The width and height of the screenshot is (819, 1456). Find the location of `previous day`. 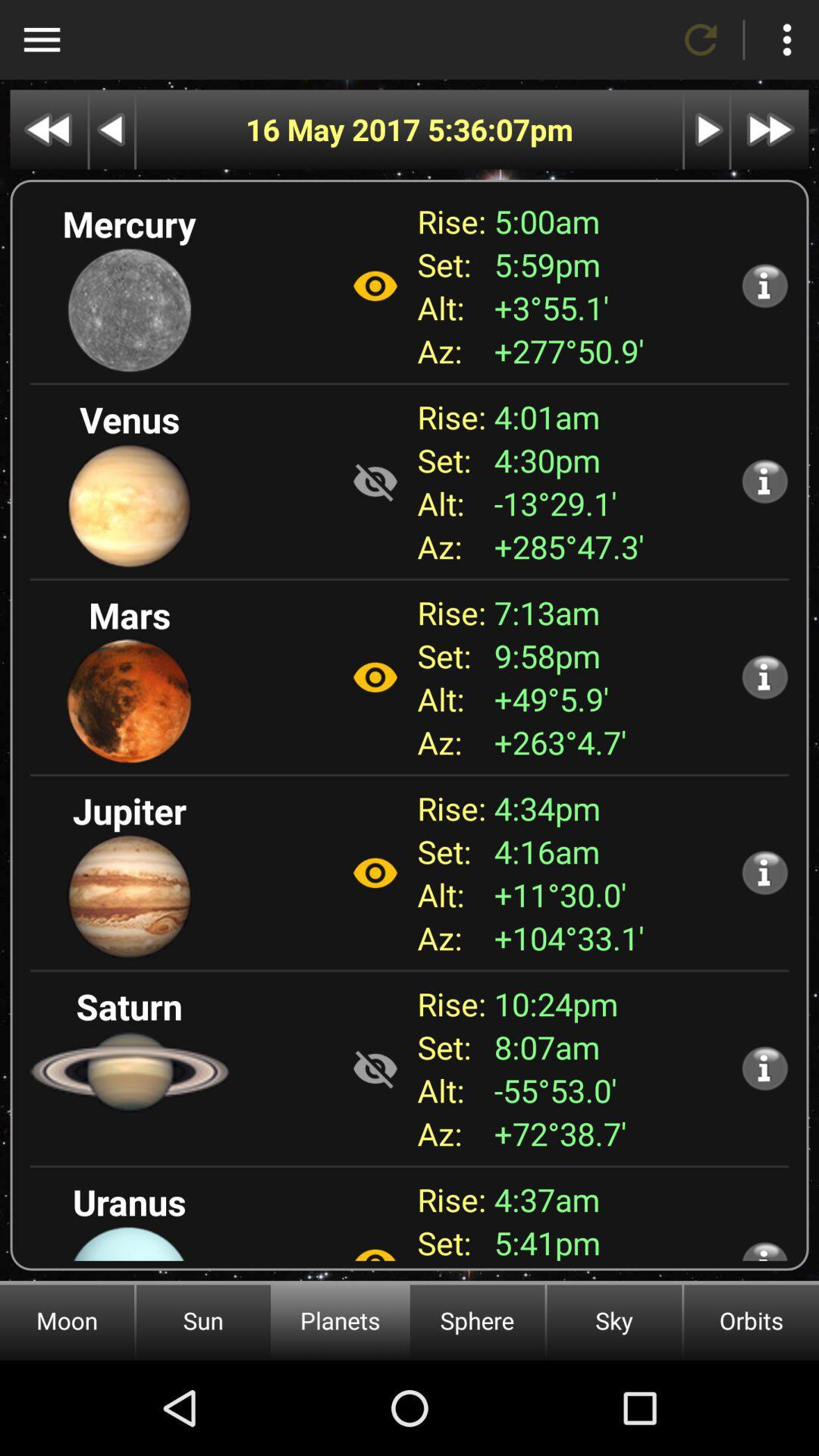

previous day is located at coordinates (111, 130).